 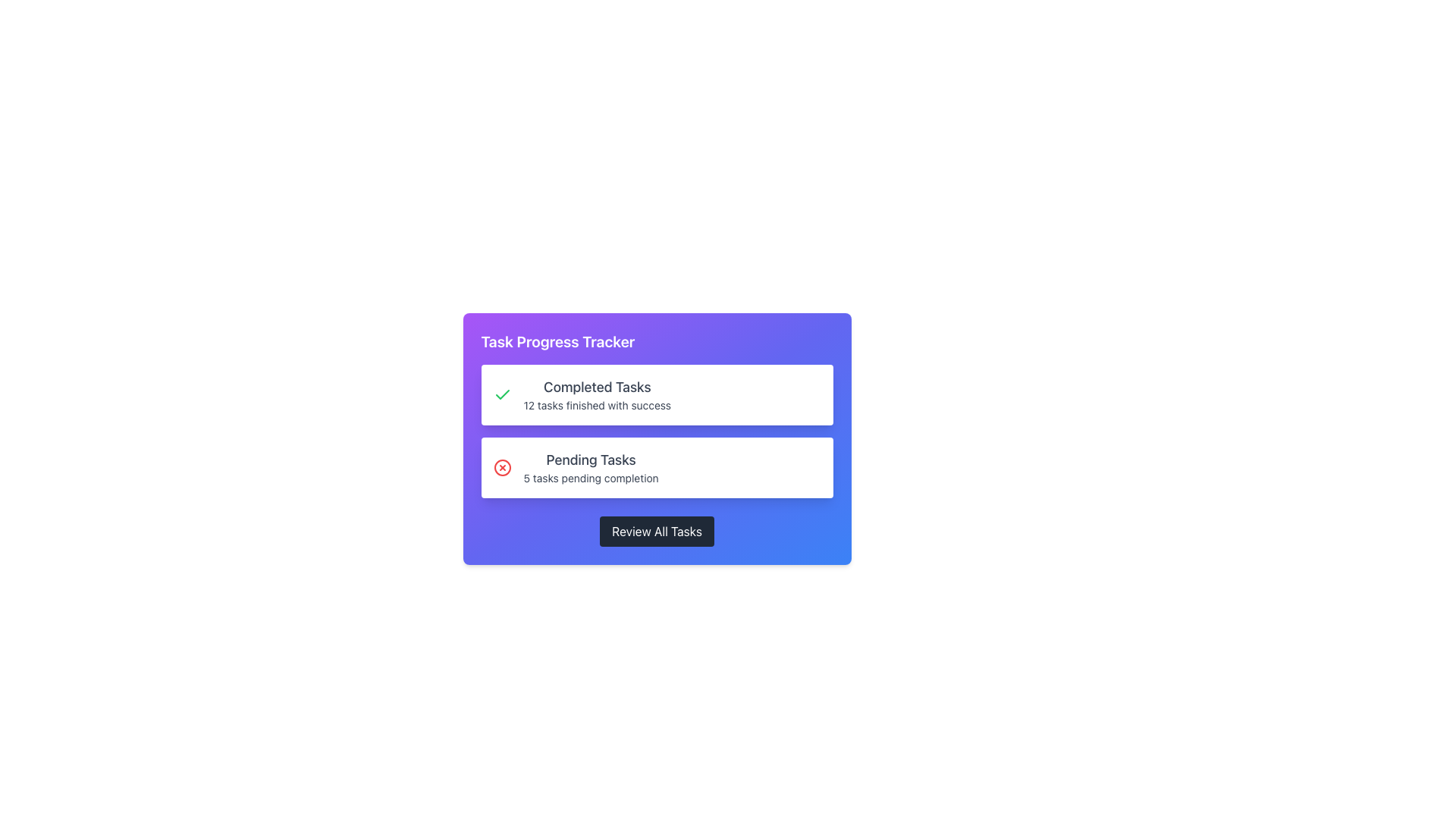 I want to click on the button with a dark gray background and white text that reads 'Review All Tasks', so click(x=657, y=531).